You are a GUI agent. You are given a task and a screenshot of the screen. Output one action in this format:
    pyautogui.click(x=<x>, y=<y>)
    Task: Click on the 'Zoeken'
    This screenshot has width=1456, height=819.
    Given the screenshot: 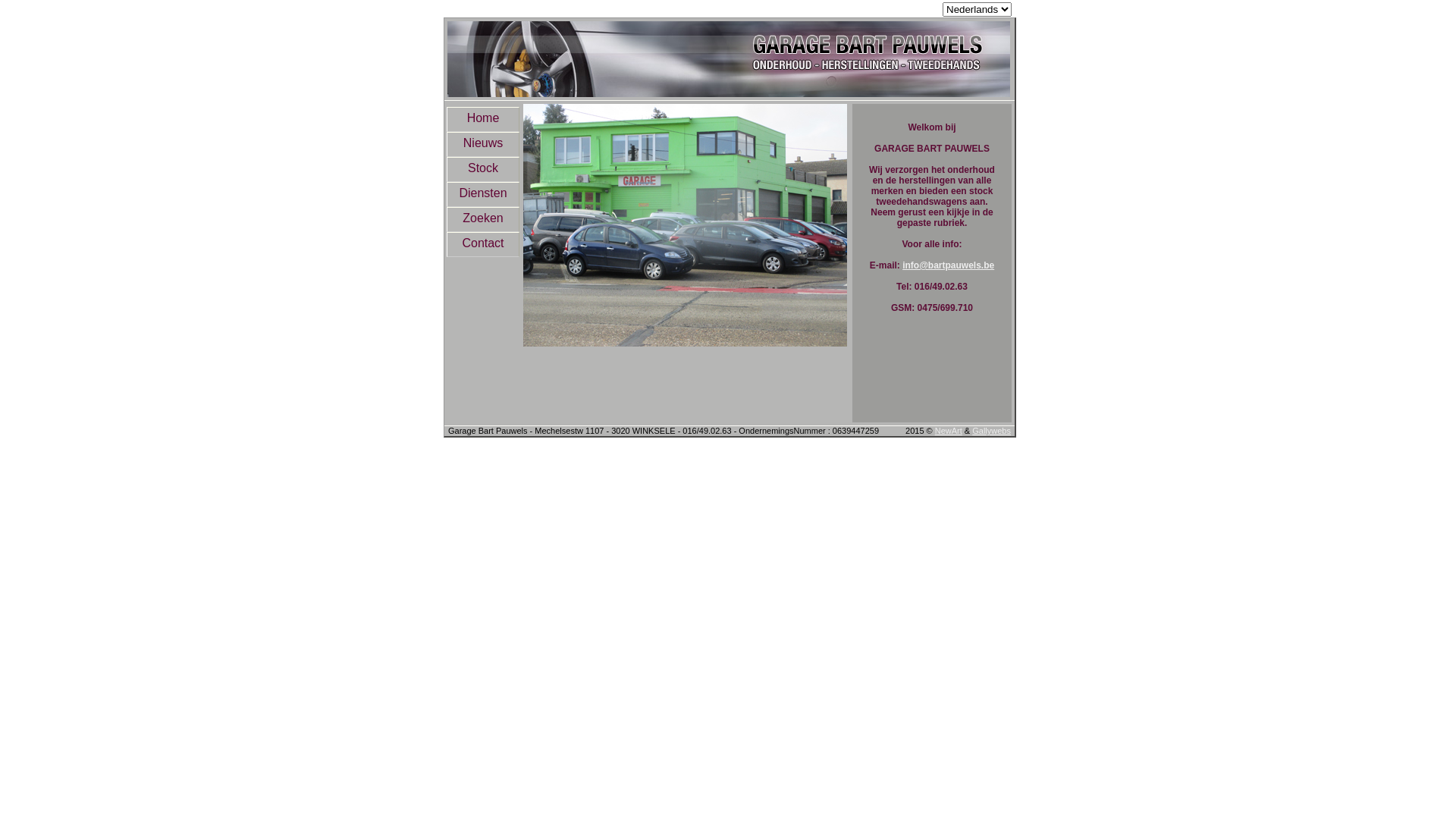 What is the action you would take?
    pyautogui.click(x=482, y=219)
    